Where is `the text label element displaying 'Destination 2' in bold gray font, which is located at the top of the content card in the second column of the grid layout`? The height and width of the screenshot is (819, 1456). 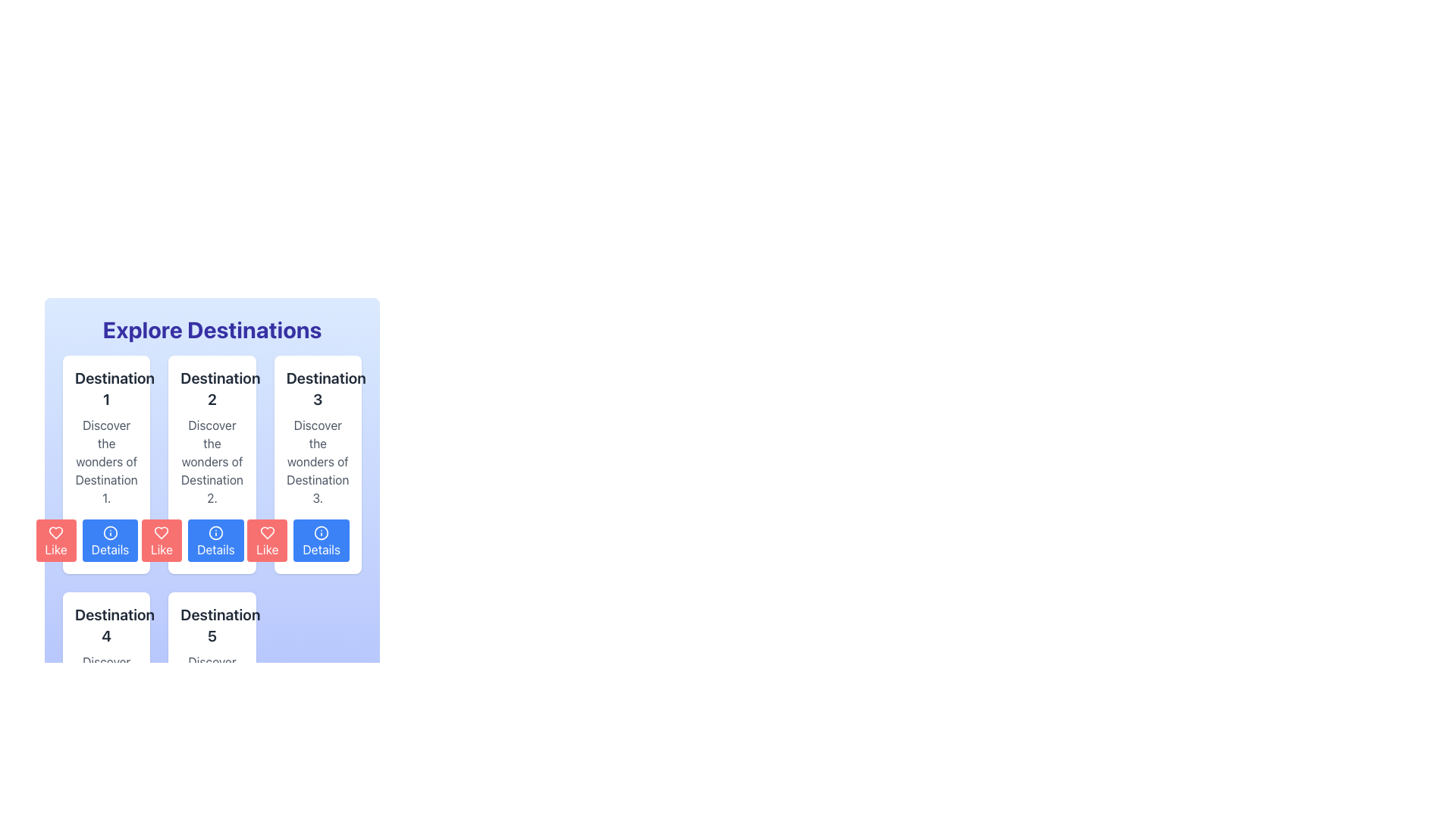
the text label element displaying 'Destination 2' in bold gray font, which is located at the top of the content card in the second column of the grid layout is located at coordinates (211, 388).